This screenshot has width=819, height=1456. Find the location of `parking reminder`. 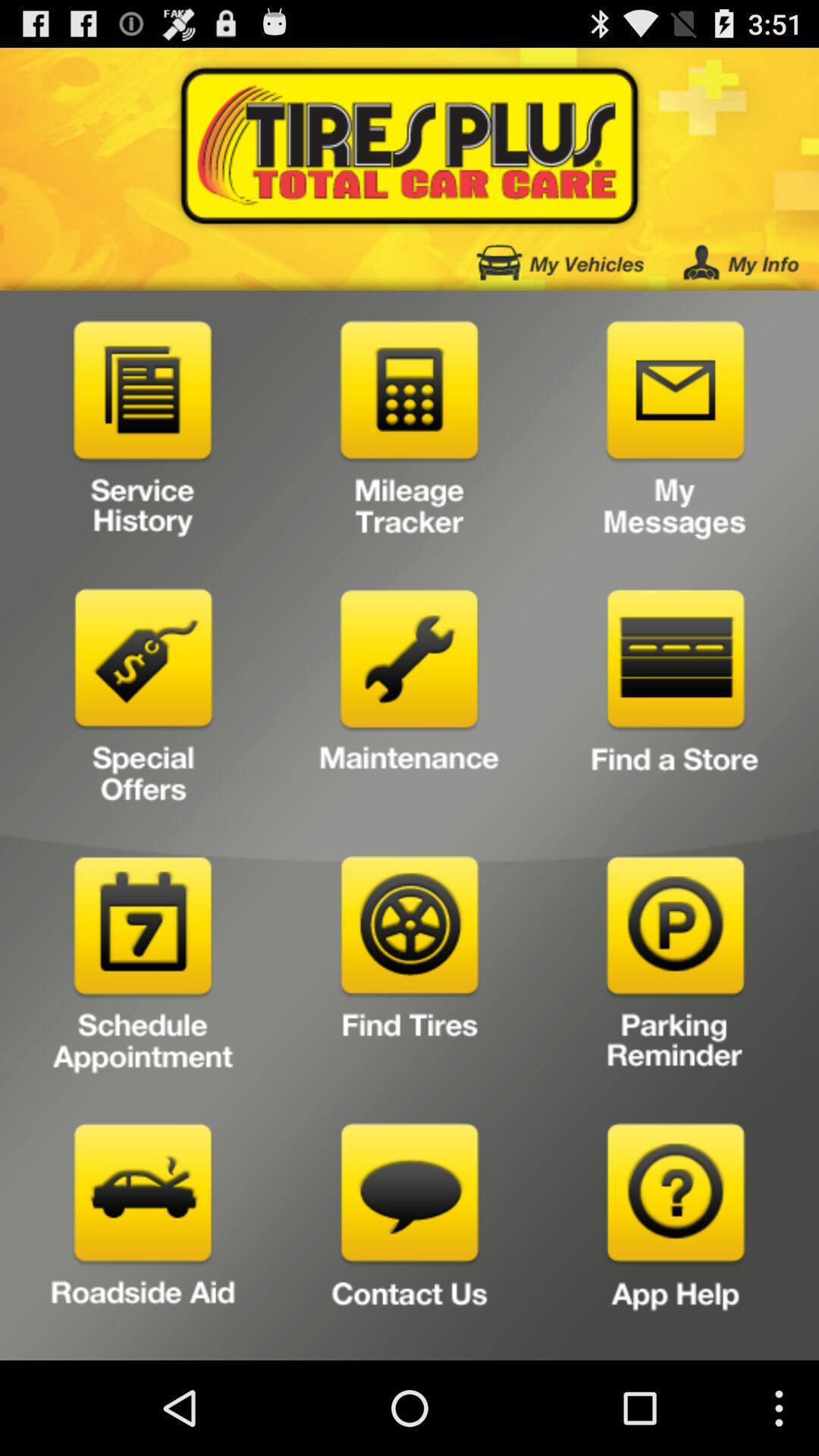

parking reminder is located at coordinates (675, 968).